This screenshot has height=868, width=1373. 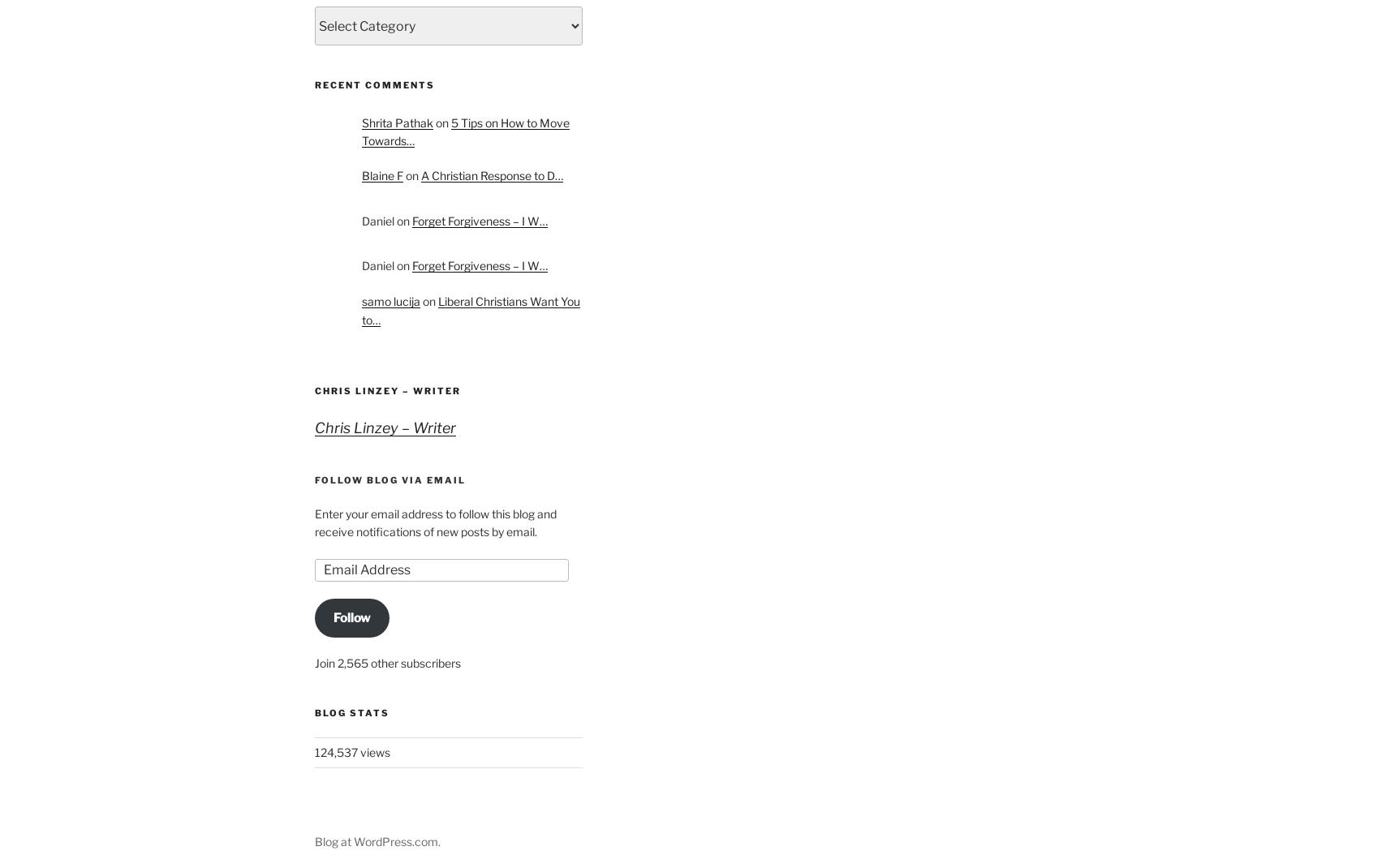 What do you see at coordinates (390, 300) in the screenshot?
I see `'samo lucija'` at bounding box center [390, 300].